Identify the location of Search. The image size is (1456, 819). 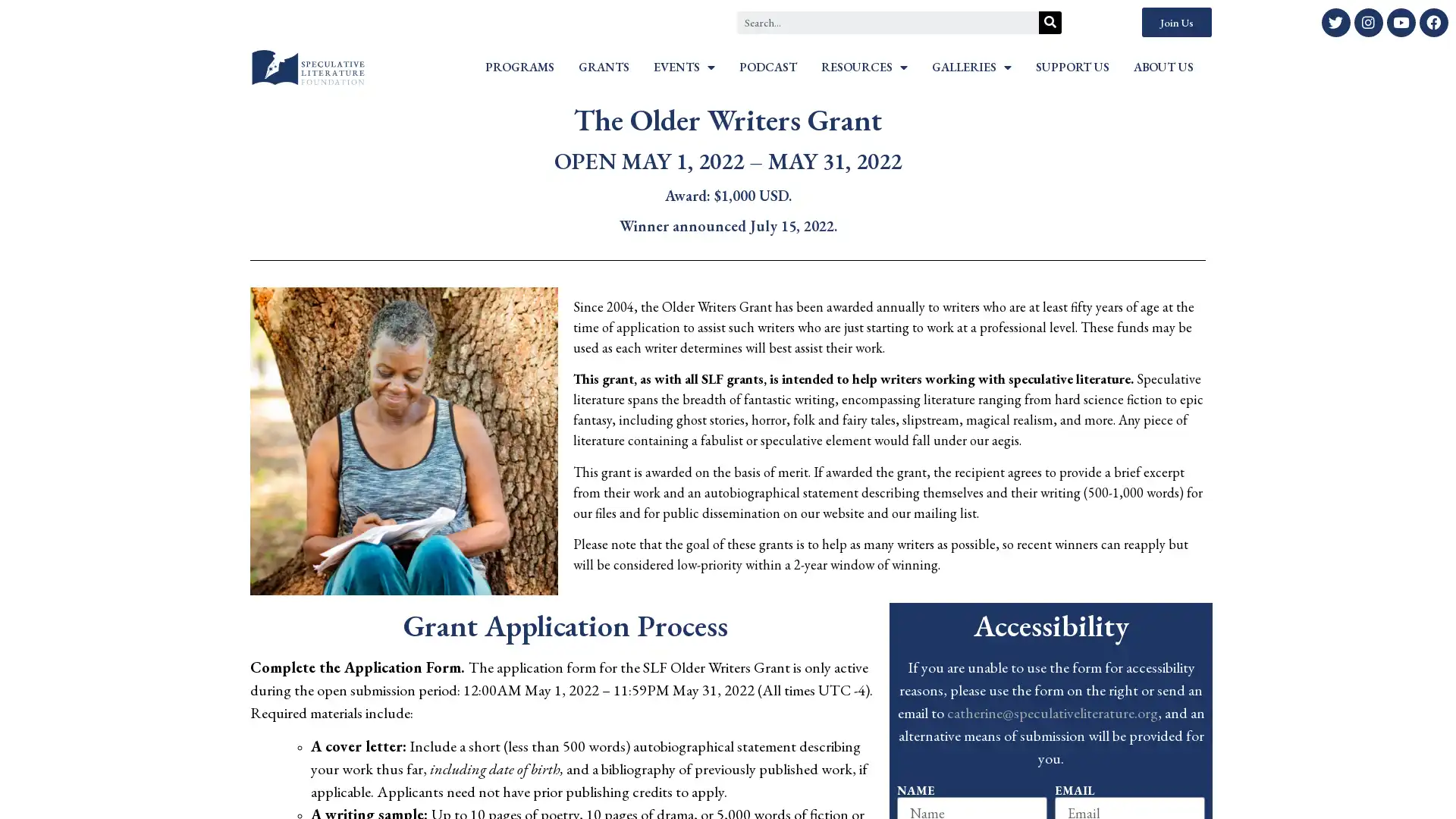
(1050, 22).